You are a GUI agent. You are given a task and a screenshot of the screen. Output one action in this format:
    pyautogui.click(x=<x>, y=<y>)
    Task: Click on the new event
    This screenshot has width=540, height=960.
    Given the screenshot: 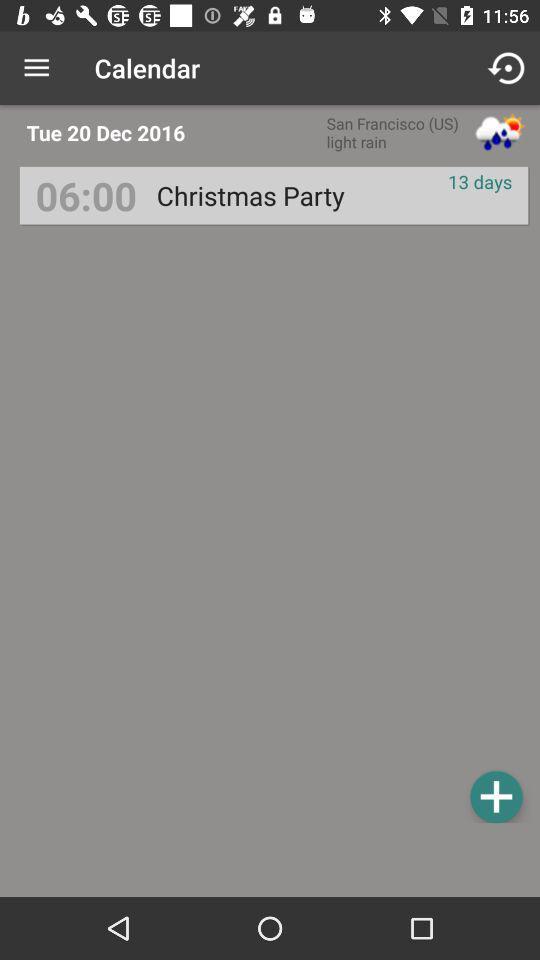 What is the action you would take?
    pyautogui.click(x=495, y=796)
    